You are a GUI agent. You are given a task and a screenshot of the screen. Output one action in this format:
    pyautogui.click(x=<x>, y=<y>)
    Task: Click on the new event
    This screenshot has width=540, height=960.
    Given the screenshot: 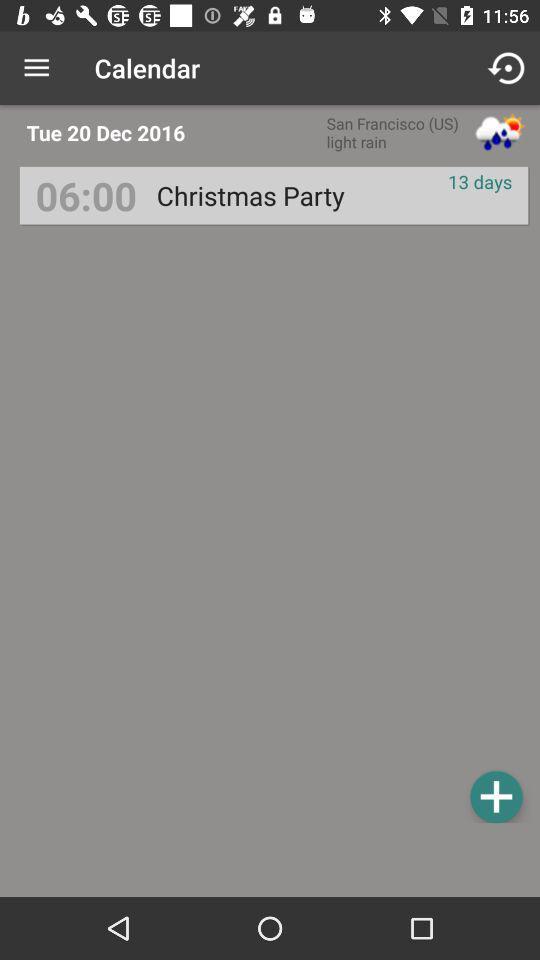 What is the action you would take?
    pyautogui.click(x=495, y=796)
    